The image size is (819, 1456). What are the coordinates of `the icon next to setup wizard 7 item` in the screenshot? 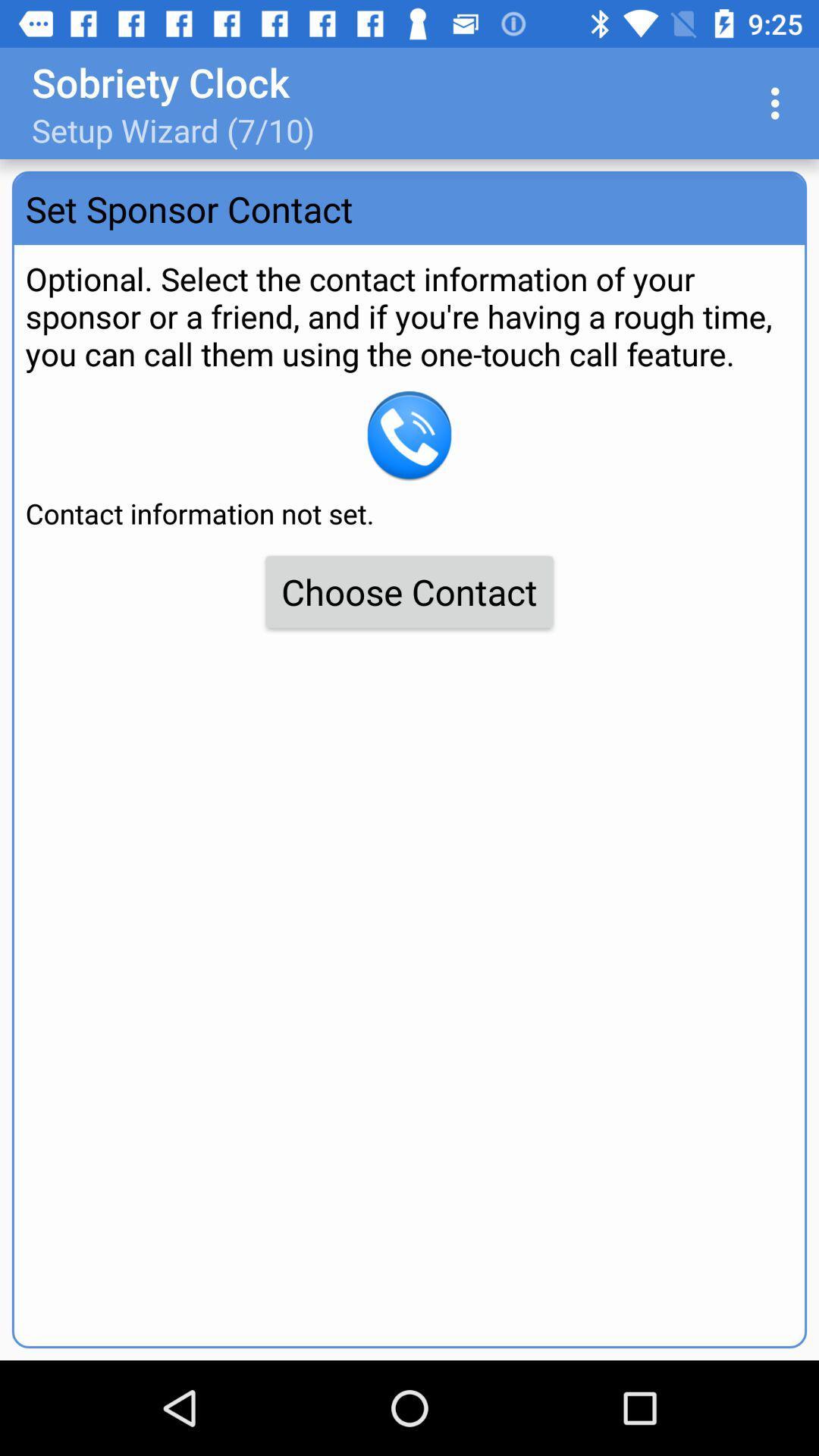 It's located at (779, 102).